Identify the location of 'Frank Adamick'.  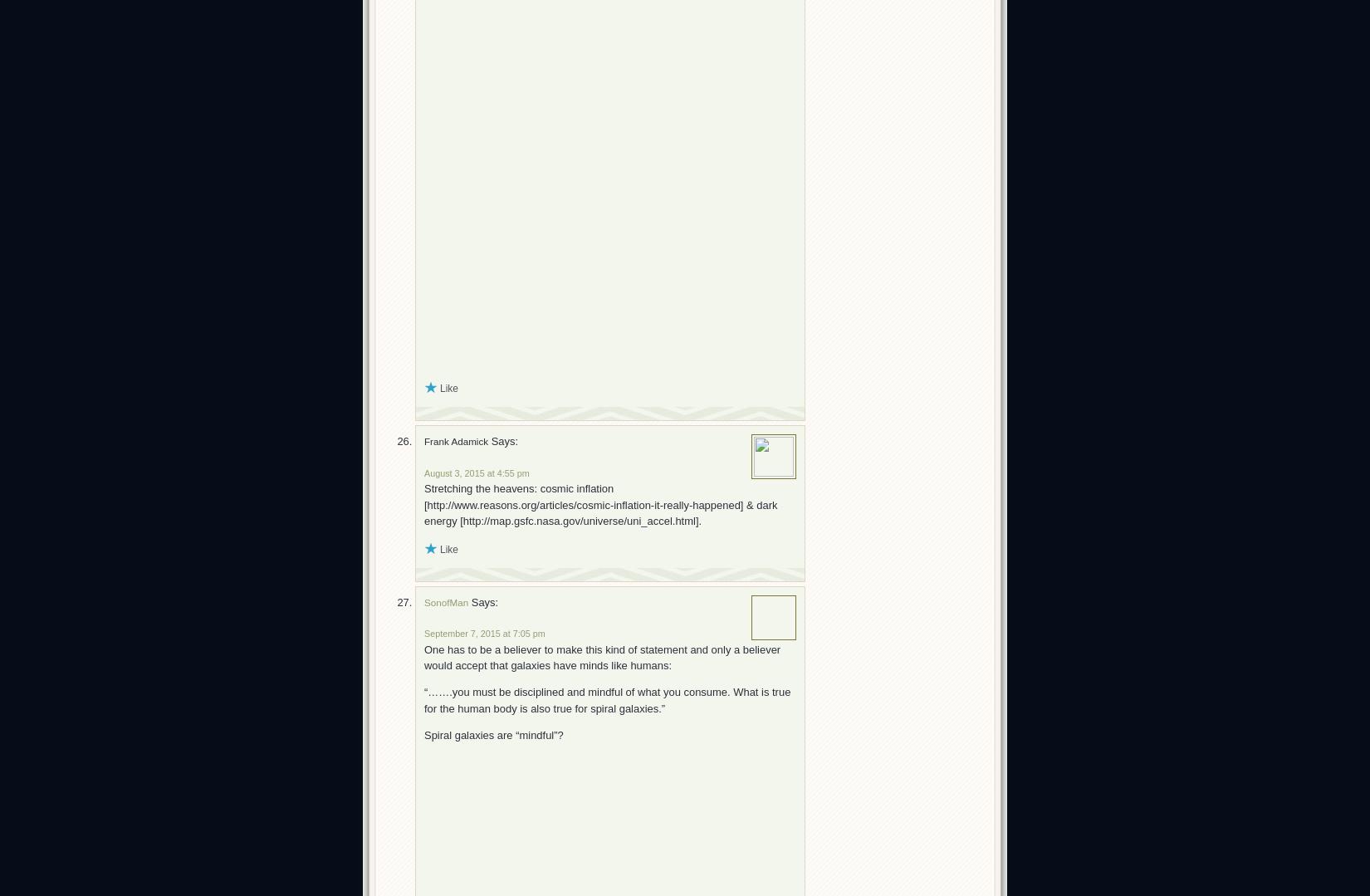
(423, 441).